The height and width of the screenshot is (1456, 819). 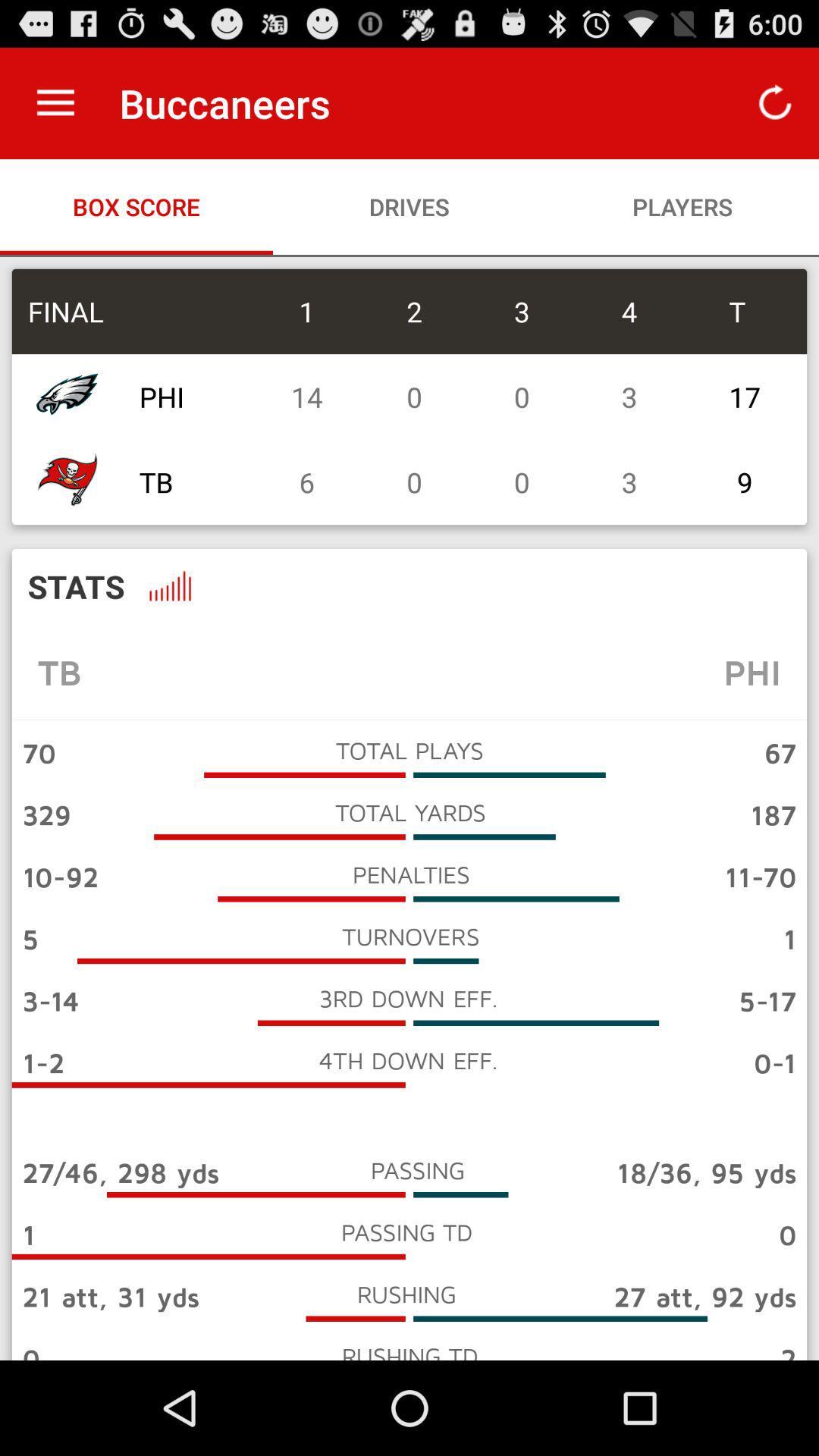 I want to click on the red colored line below rushing, so click(x=356, y=1318).